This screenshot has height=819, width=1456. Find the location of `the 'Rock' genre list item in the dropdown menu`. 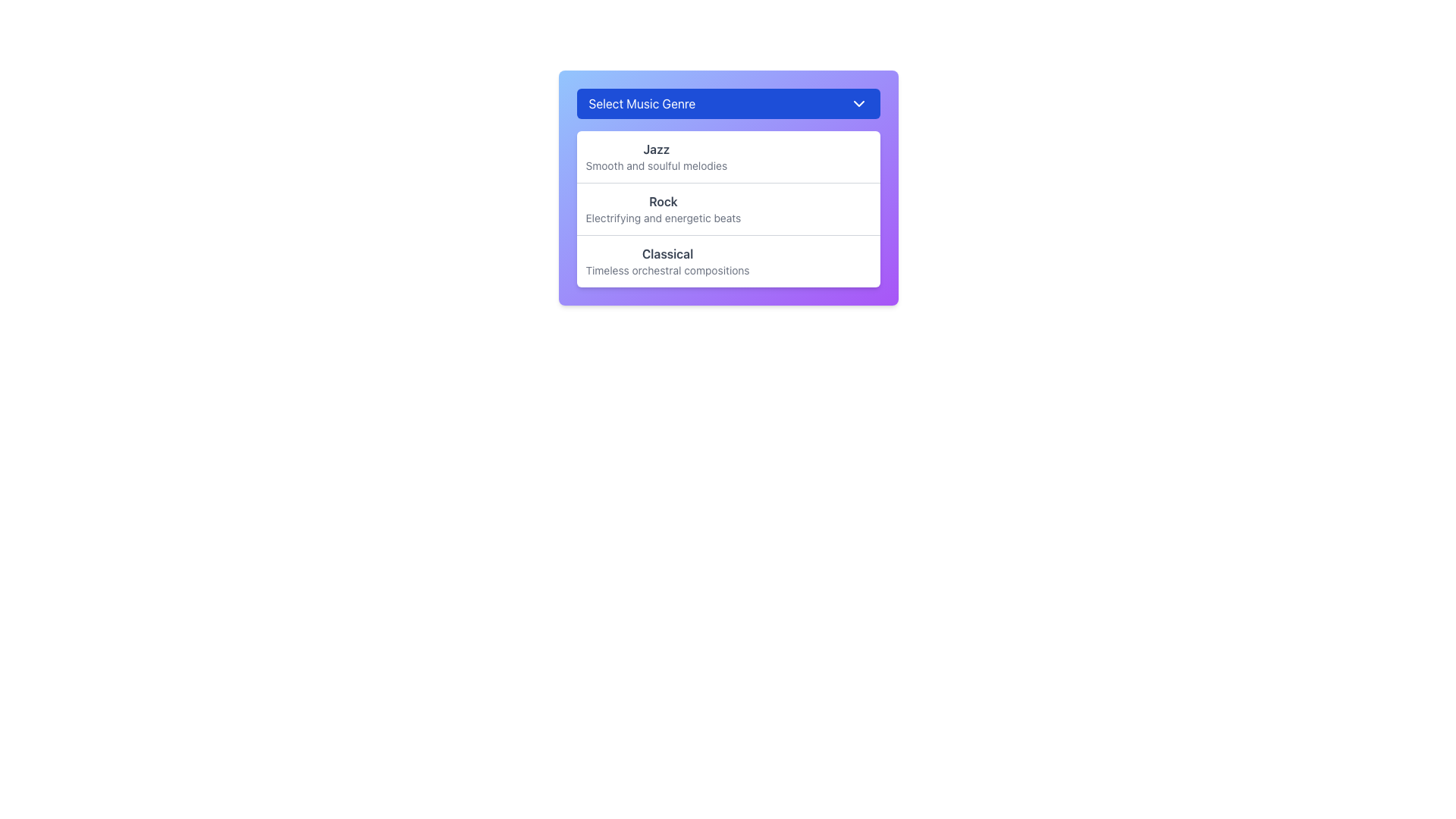

the 'Rock' genre list item in the dropdown menu is located at coordinates (728, 209).